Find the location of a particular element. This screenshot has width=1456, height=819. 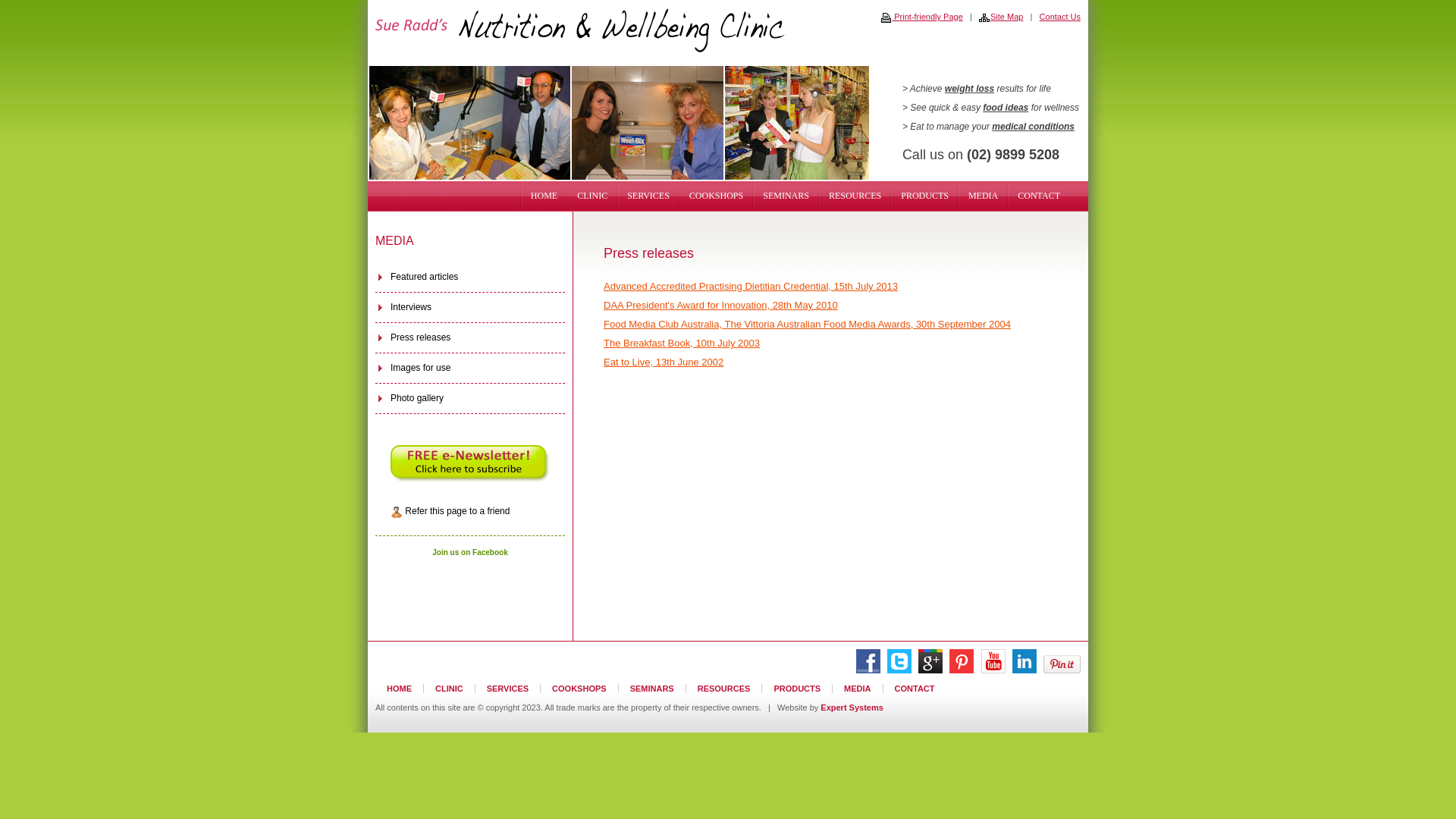

'food ideas' is located at coordinates (1005, 107).